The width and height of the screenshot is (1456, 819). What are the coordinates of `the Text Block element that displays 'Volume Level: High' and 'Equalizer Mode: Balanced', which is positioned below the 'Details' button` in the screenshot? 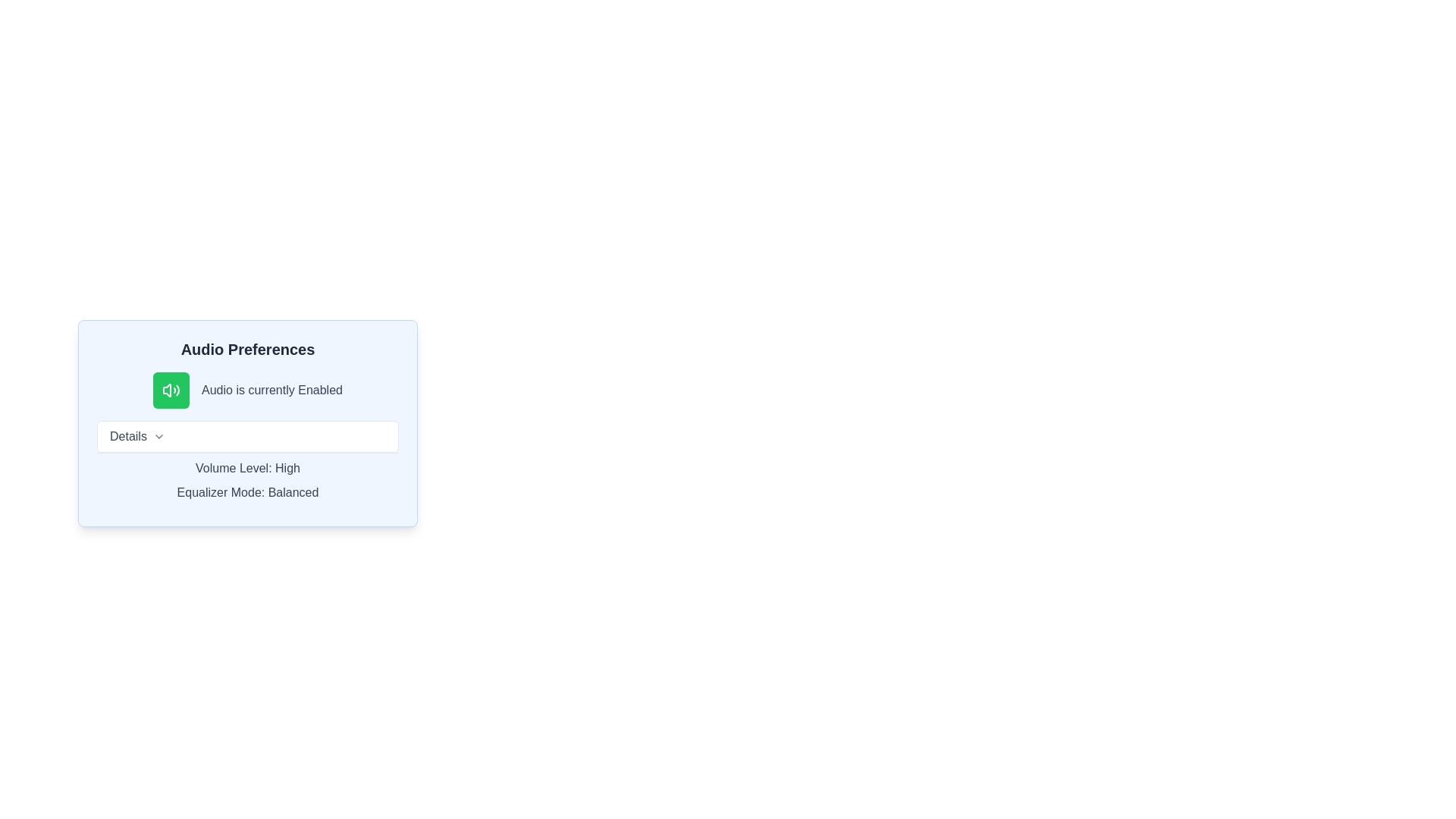 It's located at (247, 479).